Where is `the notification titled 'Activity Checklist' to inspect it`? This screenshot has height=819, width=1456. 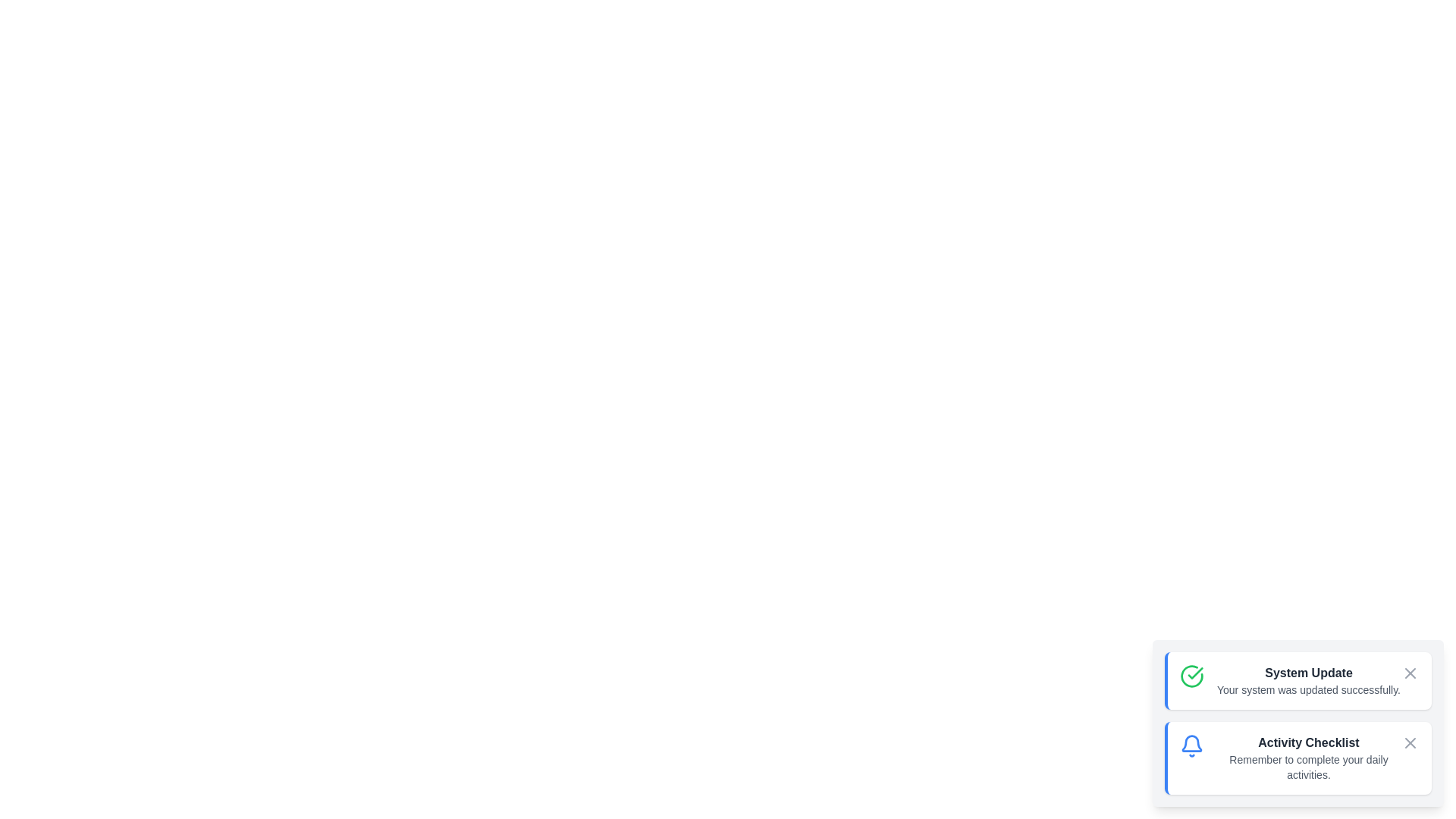 the notification titled 'Activity Checklist' to inspect it is located at coordinates (1298, 758).